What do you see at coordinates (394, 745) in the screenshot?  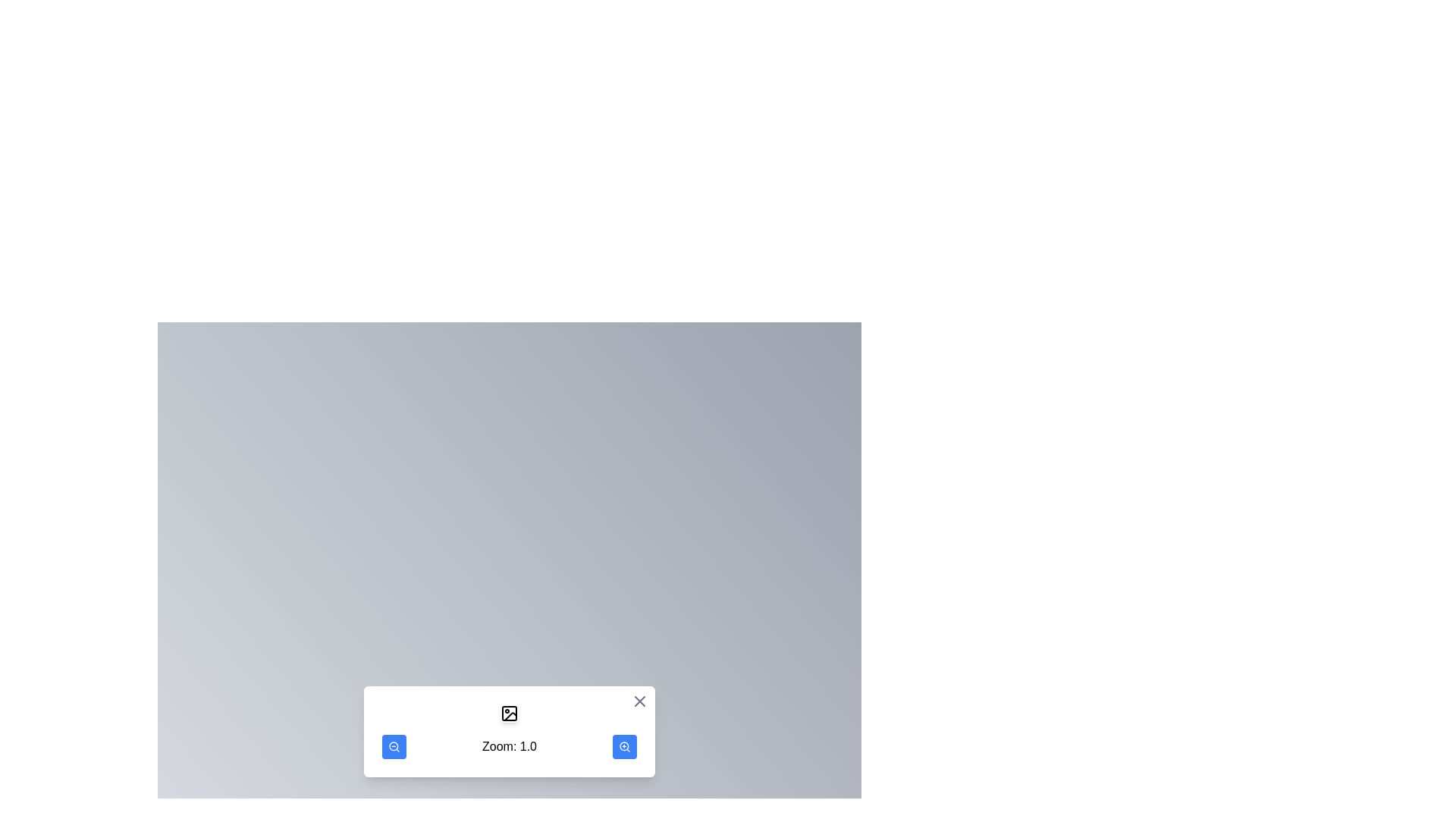 I see `the zoom out button located to the left of the text 'Zoom: 1.0'` at bounding box center [394, 745].